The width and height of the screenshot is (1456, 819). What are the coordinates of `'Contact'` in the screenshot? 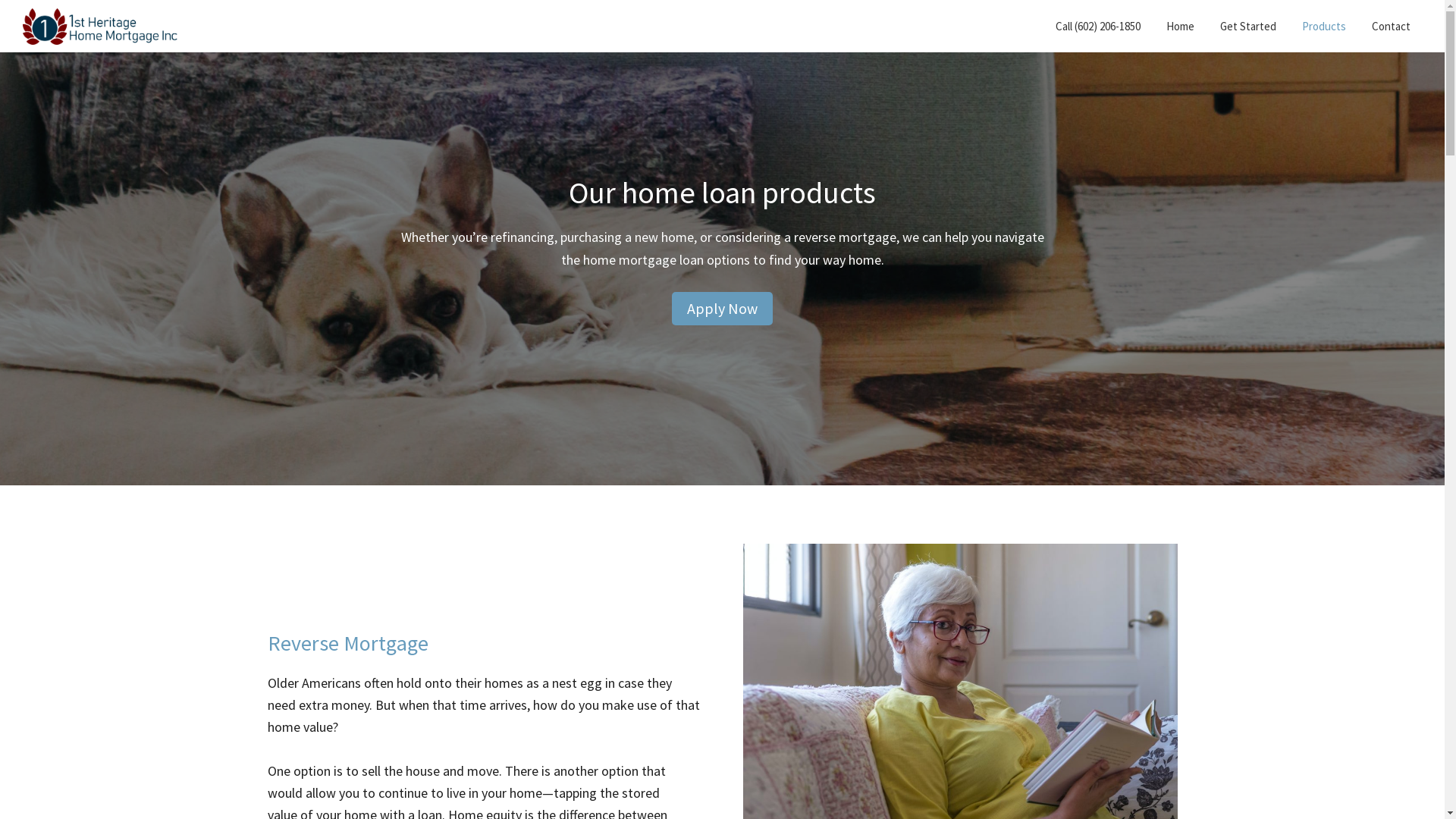 It's located at (1360, 26).